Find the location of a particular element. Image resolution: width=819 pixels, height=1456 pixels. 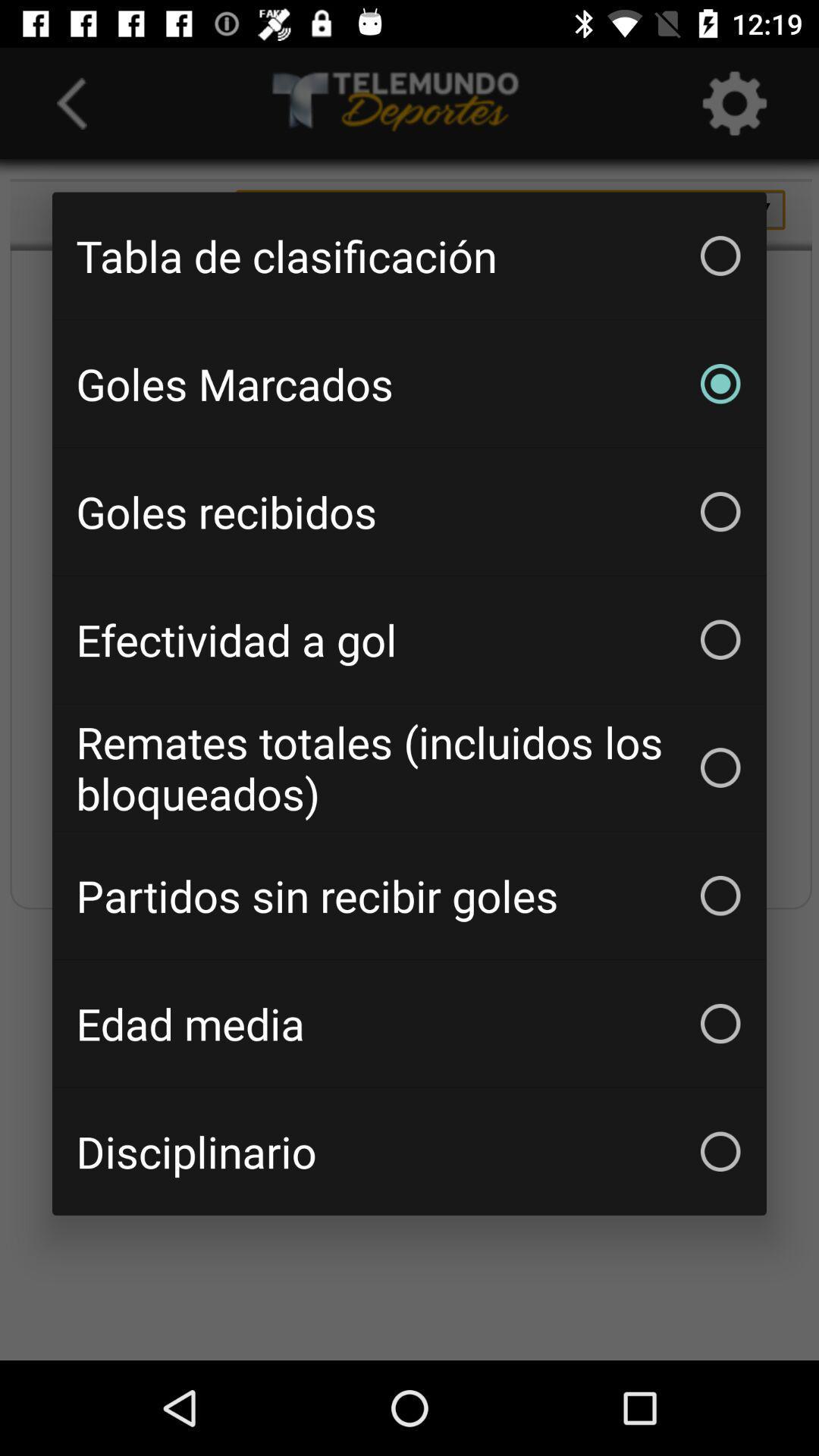

item above the remates totales incluidos icon is located at coordinates (409, 639).